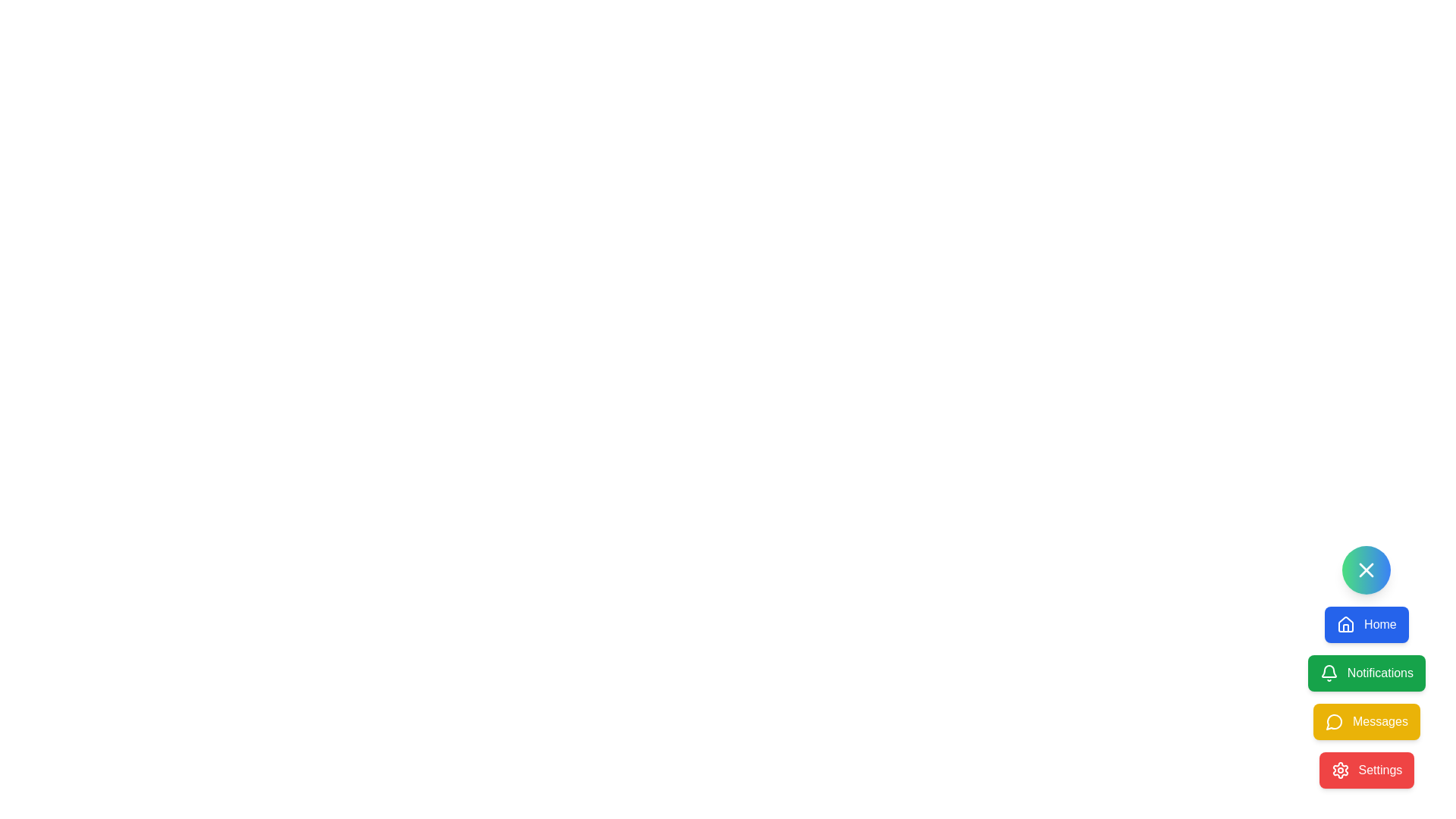  I want to click on the 'Settings' button, which is a horizontally elongated button with a red background and white text, located at the bottom of the vertical stack of buttons on the right side of the interface, so click(1367, 770).